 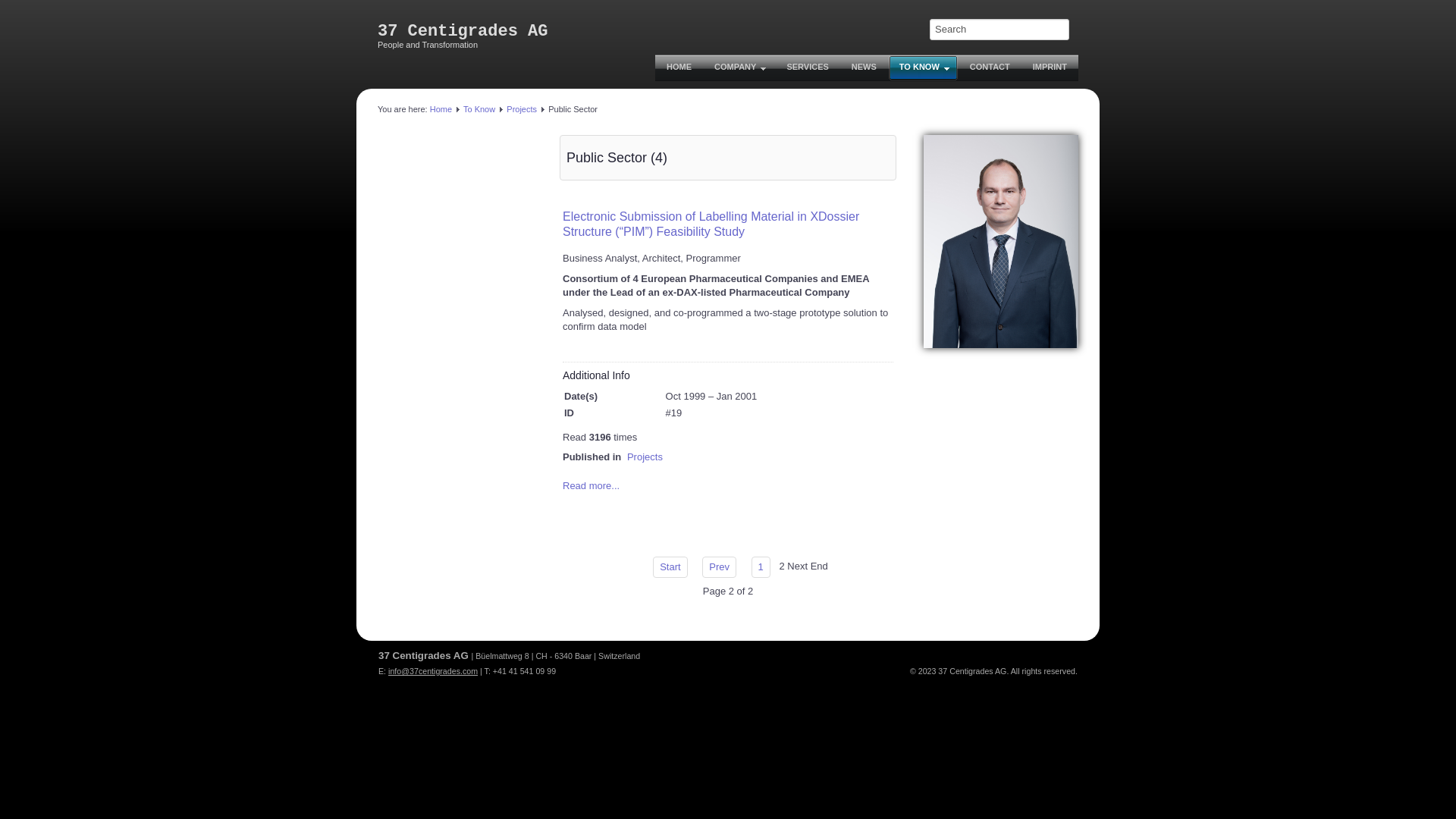 What do you see at coordinates (739, 67) in the screenshot?
I see `'COMPANY'` at bounding box center [739, 67].